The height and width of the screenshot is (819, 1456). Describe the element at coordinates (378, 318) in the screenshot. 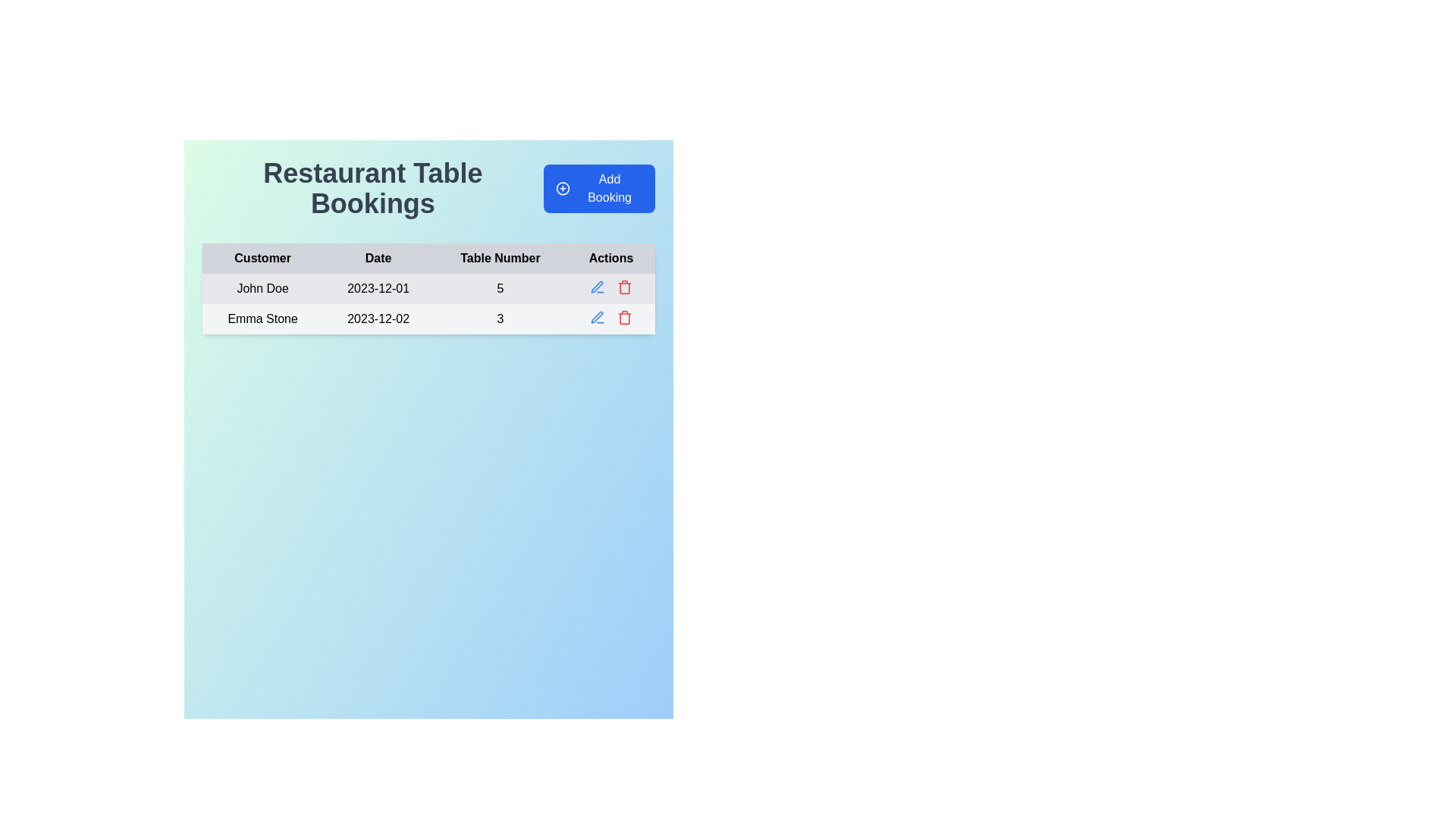

I see `the text label displaying the date '2023-12-02' in the 'Date' column of the table associated with 'Emma Stone'` at that location.